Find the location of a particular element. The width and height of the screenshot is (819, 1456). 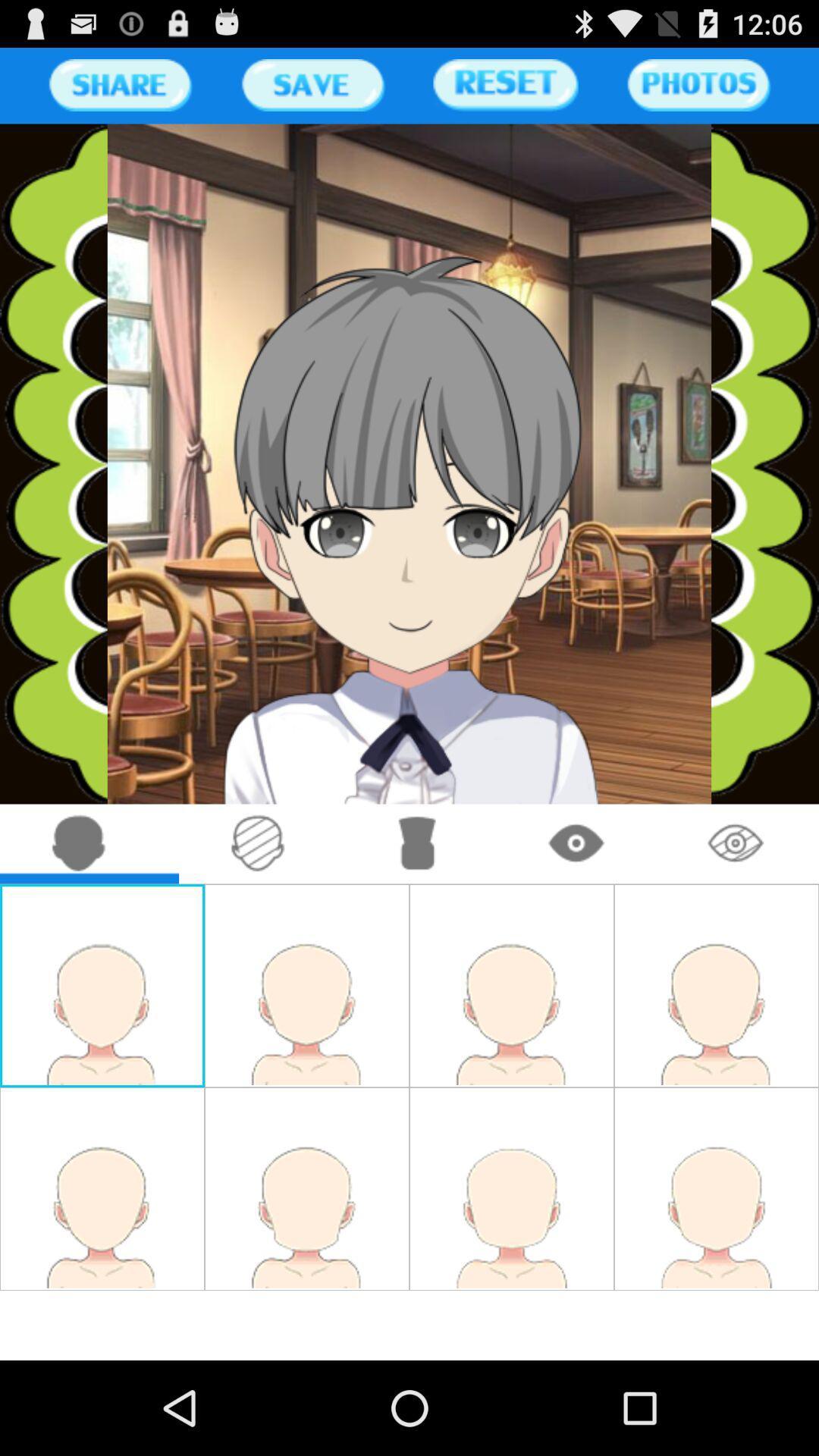

draw eyes is located at coordinates (577, 843).